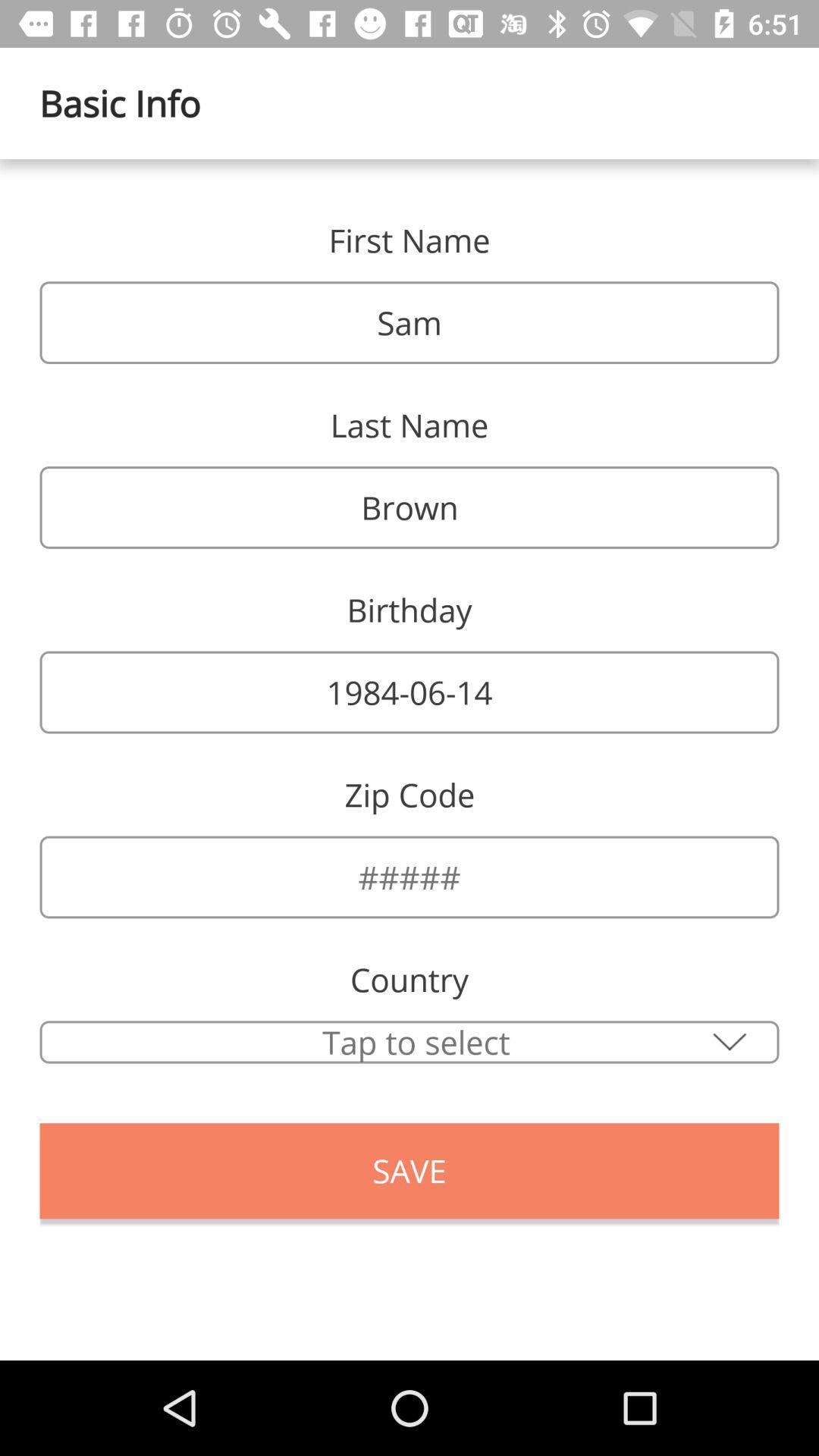  Describe the element at coordinates (409, 1041) in the screenshot. I see `tap to select` at that location.